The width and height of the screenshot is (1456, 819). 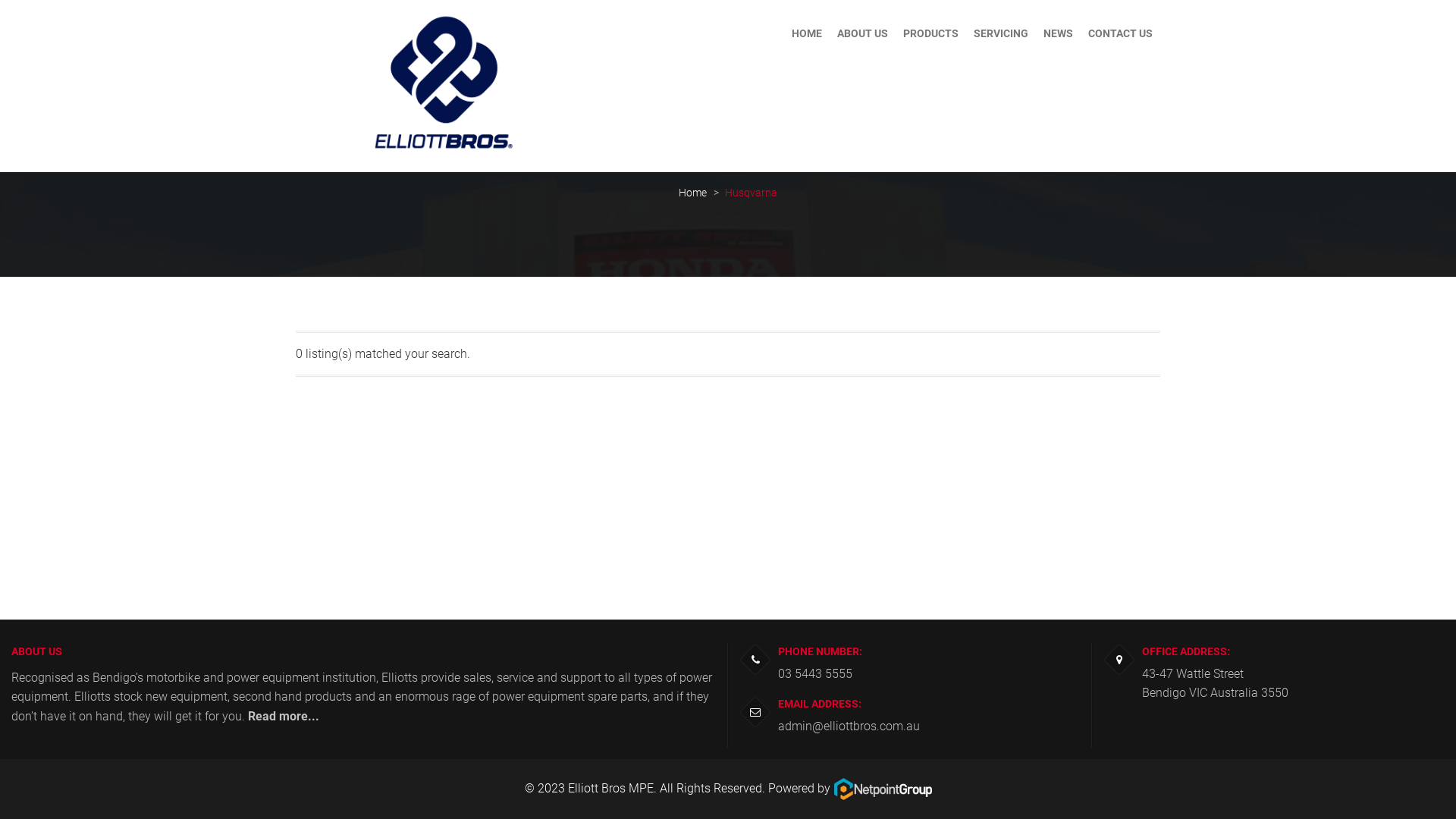 What do you see at coordinates (1001, 33) in the screenshot?
I see `'SERVICING'` at bounding box center [1001, 33].